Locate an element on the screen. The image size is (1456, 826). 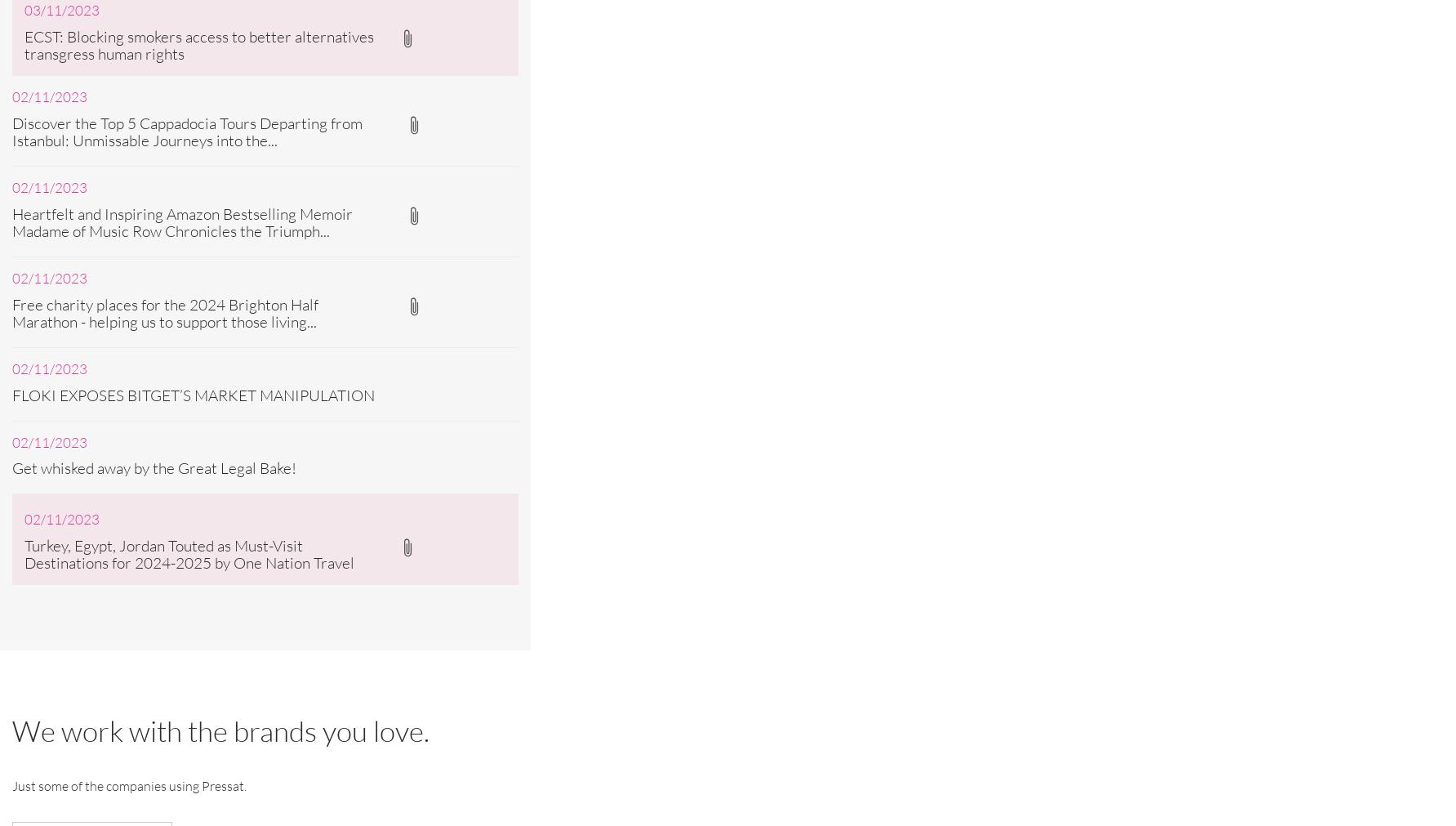
'Just some of the companies using Pressat.' is located at coordinates (128, 785).